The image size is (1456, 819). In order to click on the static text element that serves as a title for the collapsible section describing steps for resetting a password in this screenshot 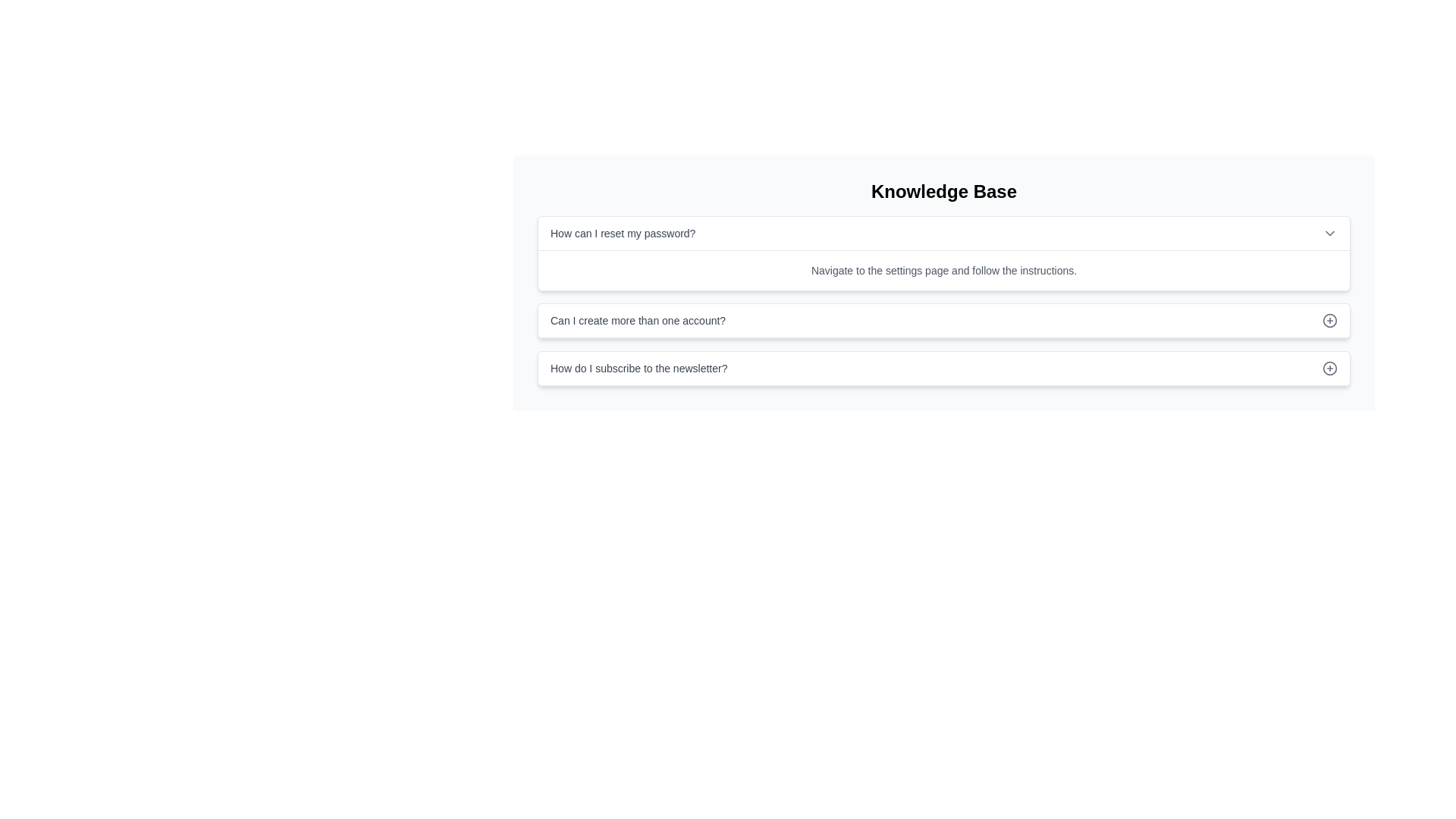, I will do `click(623, 234)`.